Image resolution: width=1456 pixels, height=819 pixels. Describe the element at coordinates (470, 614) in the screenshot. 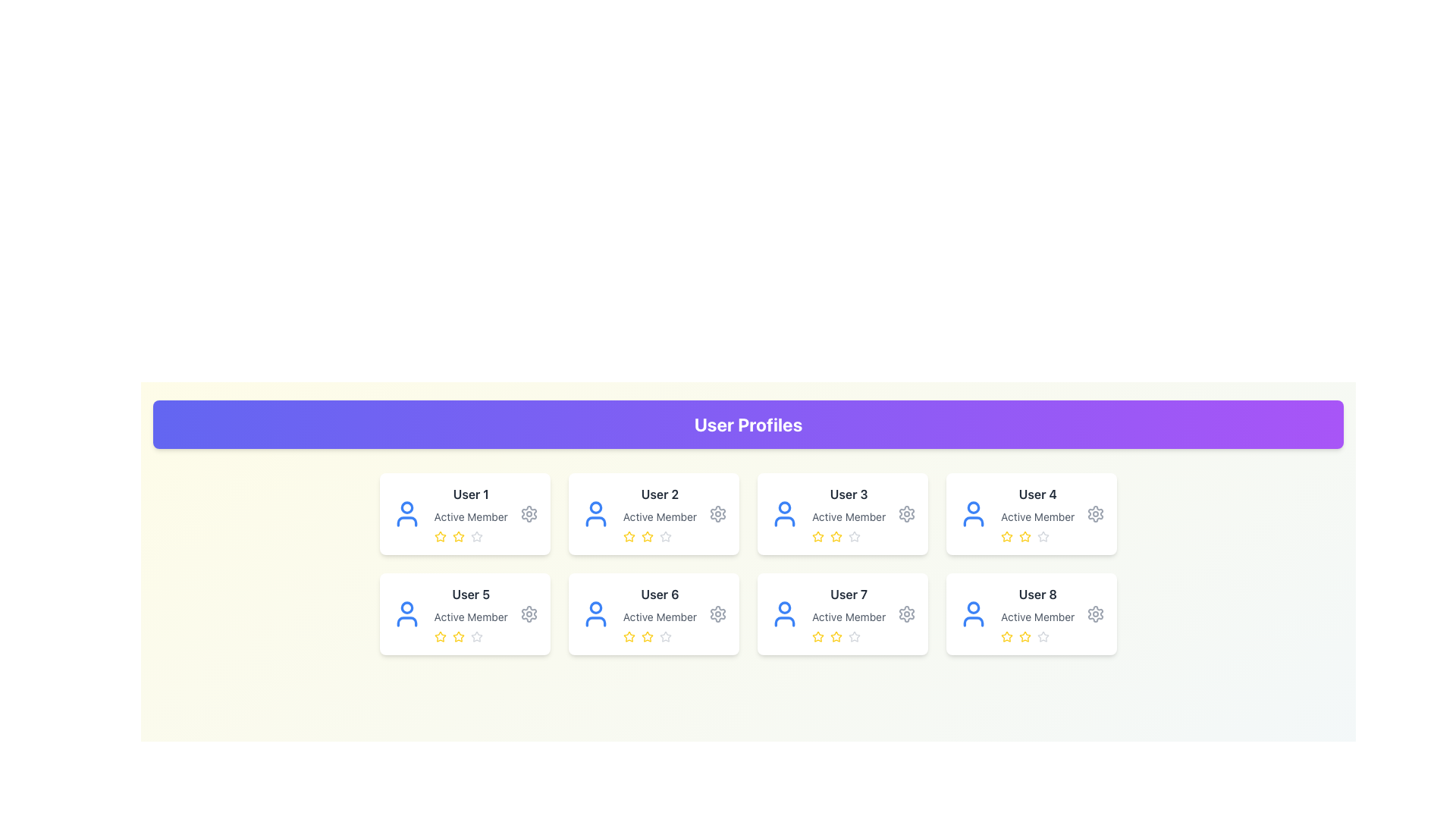

I see `the star icon to rate the user in the profile card located in the second row and first column of the grid layout` at that location.